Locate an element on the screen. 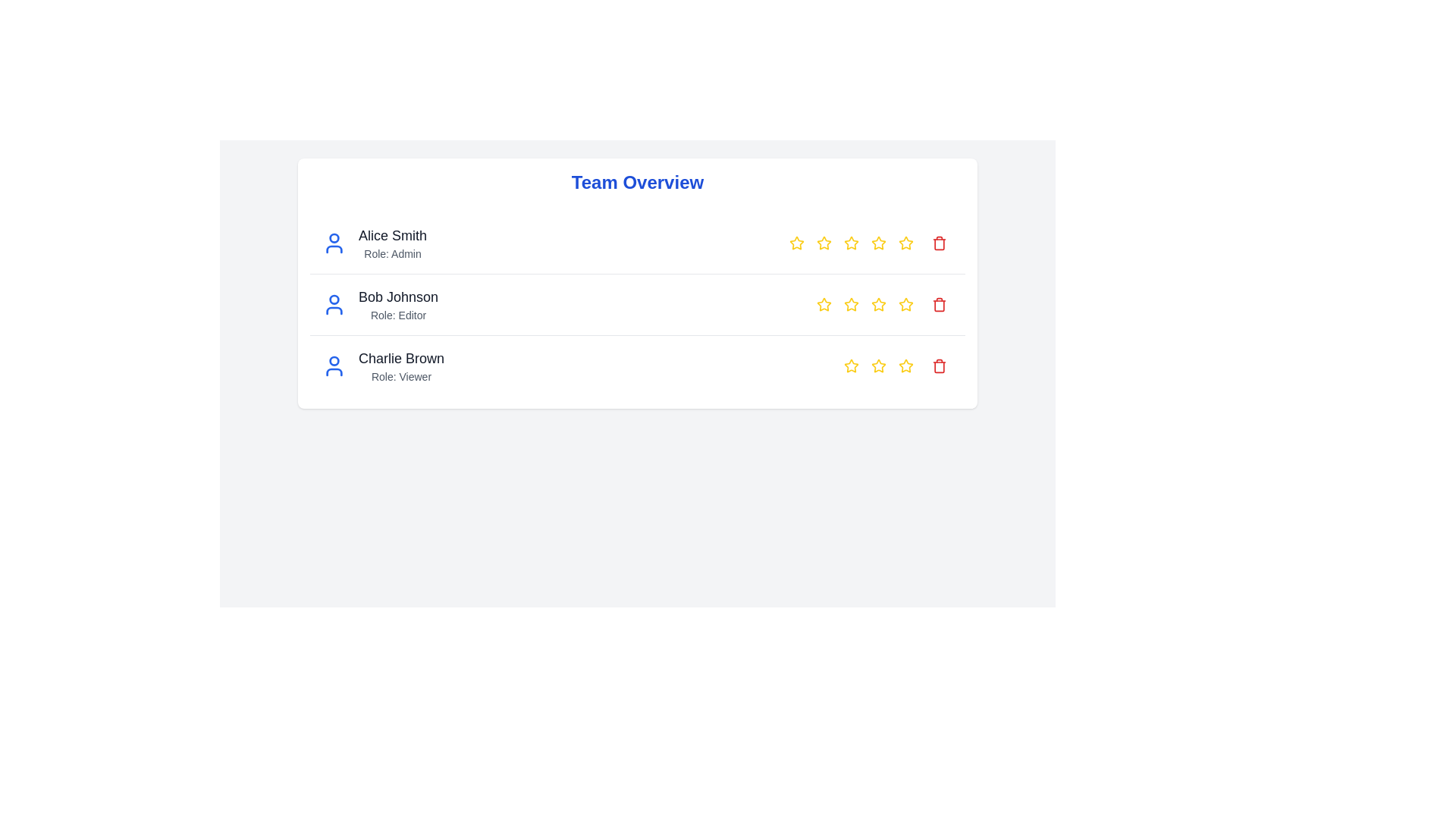 The height and width of the screenshot is (819, 1456). the fifth star icon in the rating system for 'Bob Johnson' in the 'Team Overview' section, positioned to the right of 'Role: Editor' is located at coordinates (906, 242).